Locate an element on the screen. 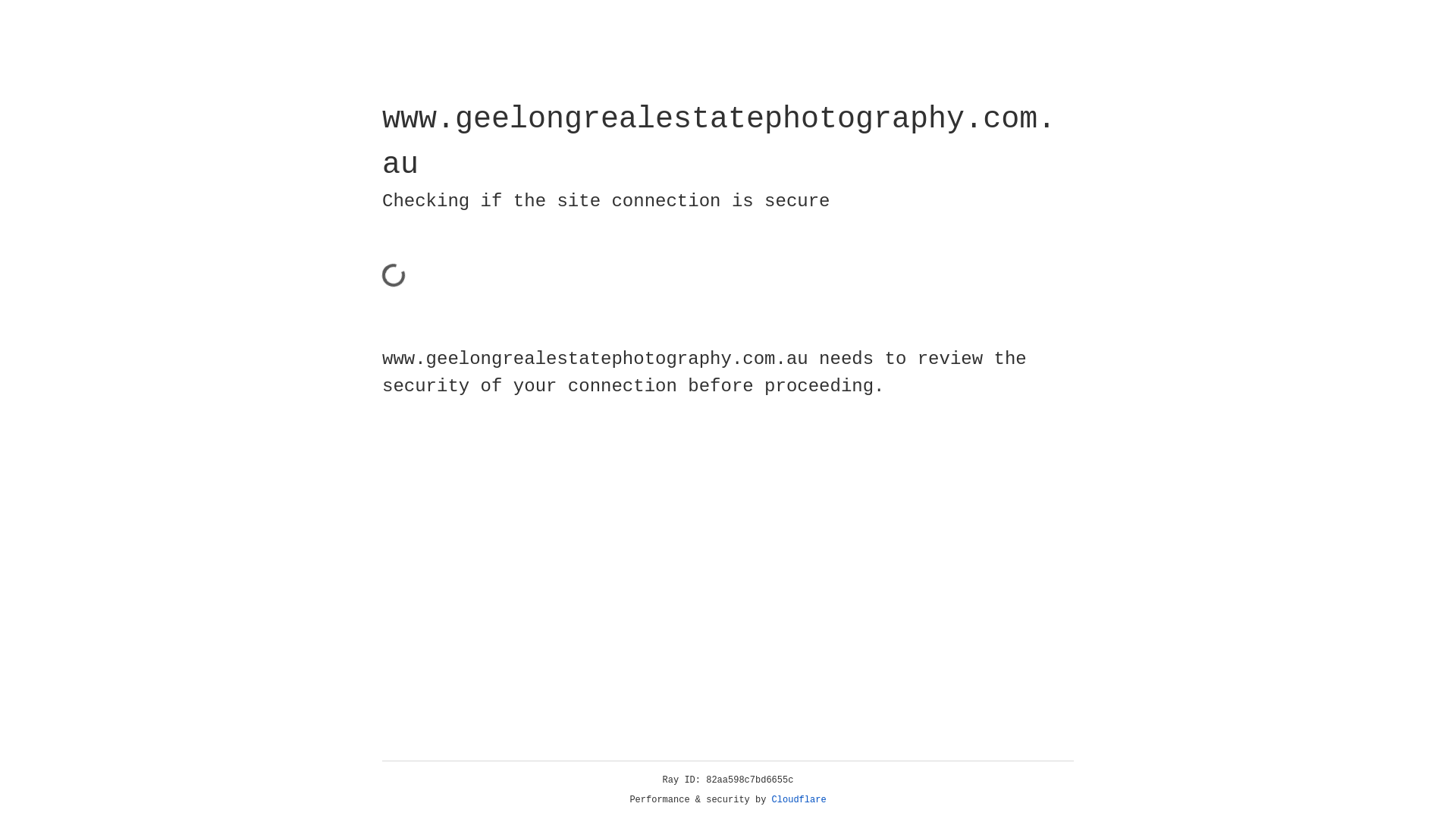 The height and width of the screenshot is (819, 1456). 'Cloudflare' is located at coordinates (799, 799).